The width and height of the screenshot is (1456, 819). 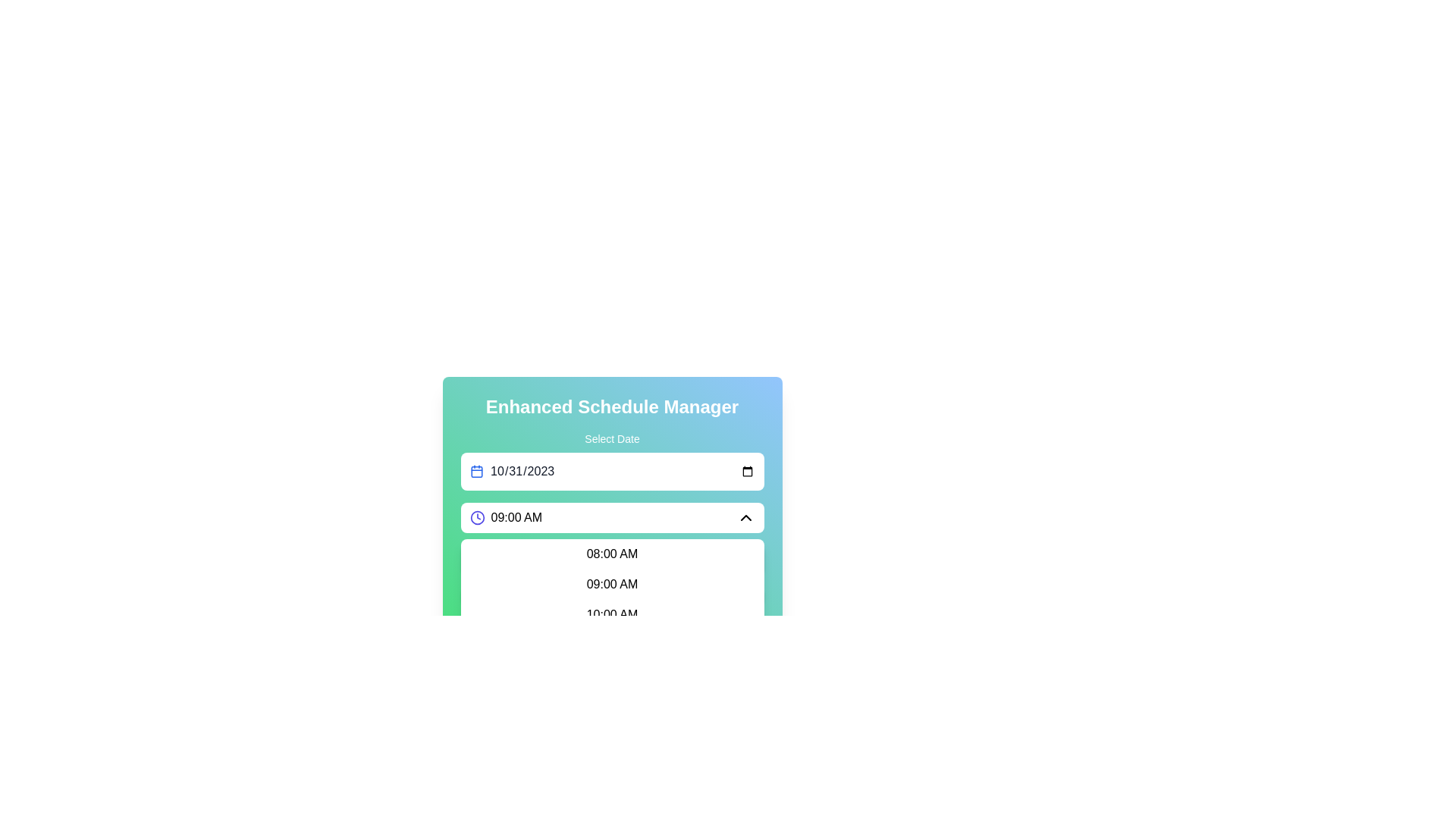 What do you see at coordinates (476, 516) in the screenshot?
I see `the clock icon located in the second row of the schedule interface, next to the '09:00 AM' time display` at bounding box center [476, 516].